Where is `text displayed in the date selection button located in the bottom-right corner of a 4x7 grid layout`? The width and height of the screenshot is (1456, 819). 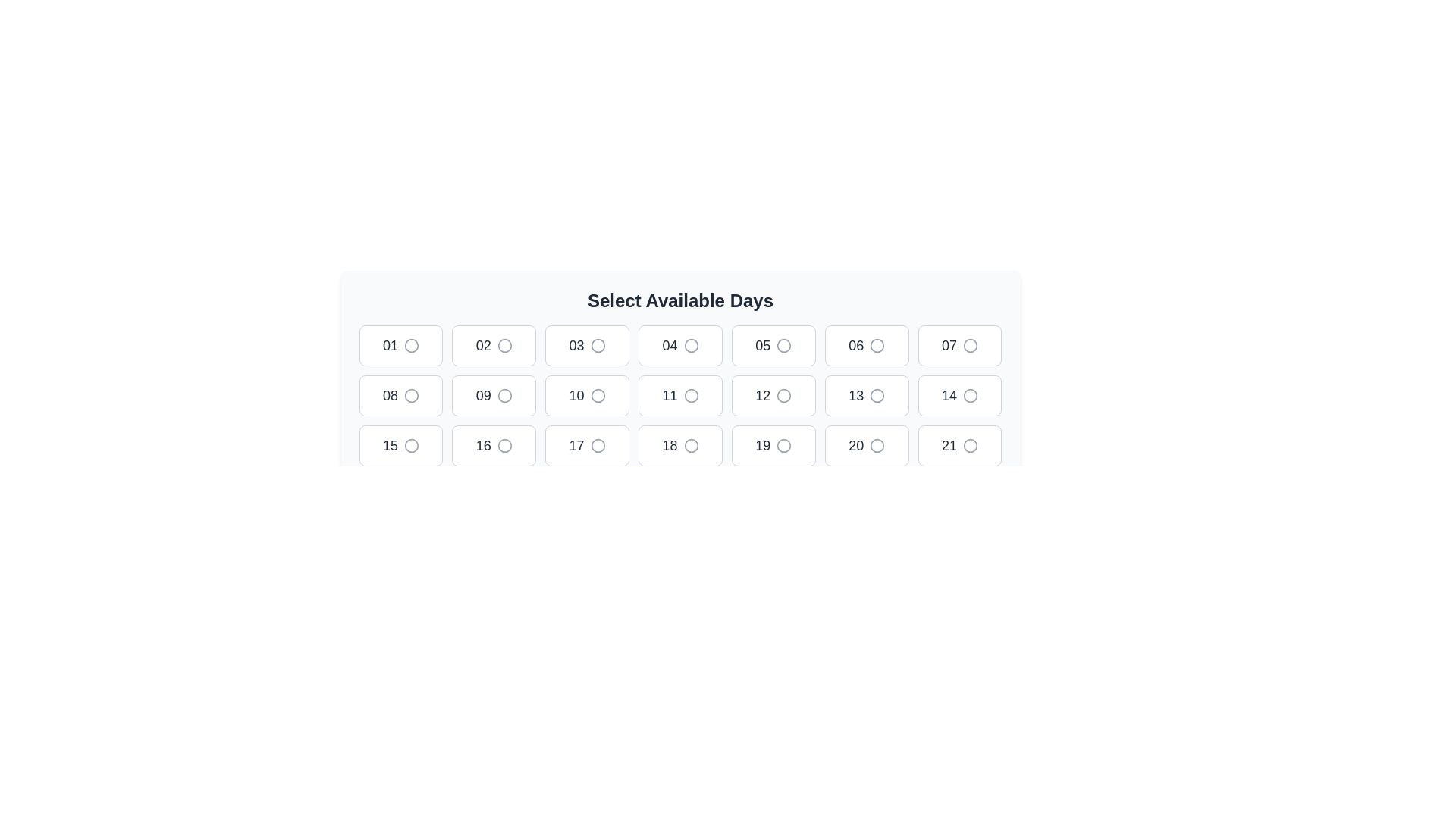 text displayed in the date selection button located in the bottom-right corner of a 4x7 grid layout is located at coordinates (949, 444).